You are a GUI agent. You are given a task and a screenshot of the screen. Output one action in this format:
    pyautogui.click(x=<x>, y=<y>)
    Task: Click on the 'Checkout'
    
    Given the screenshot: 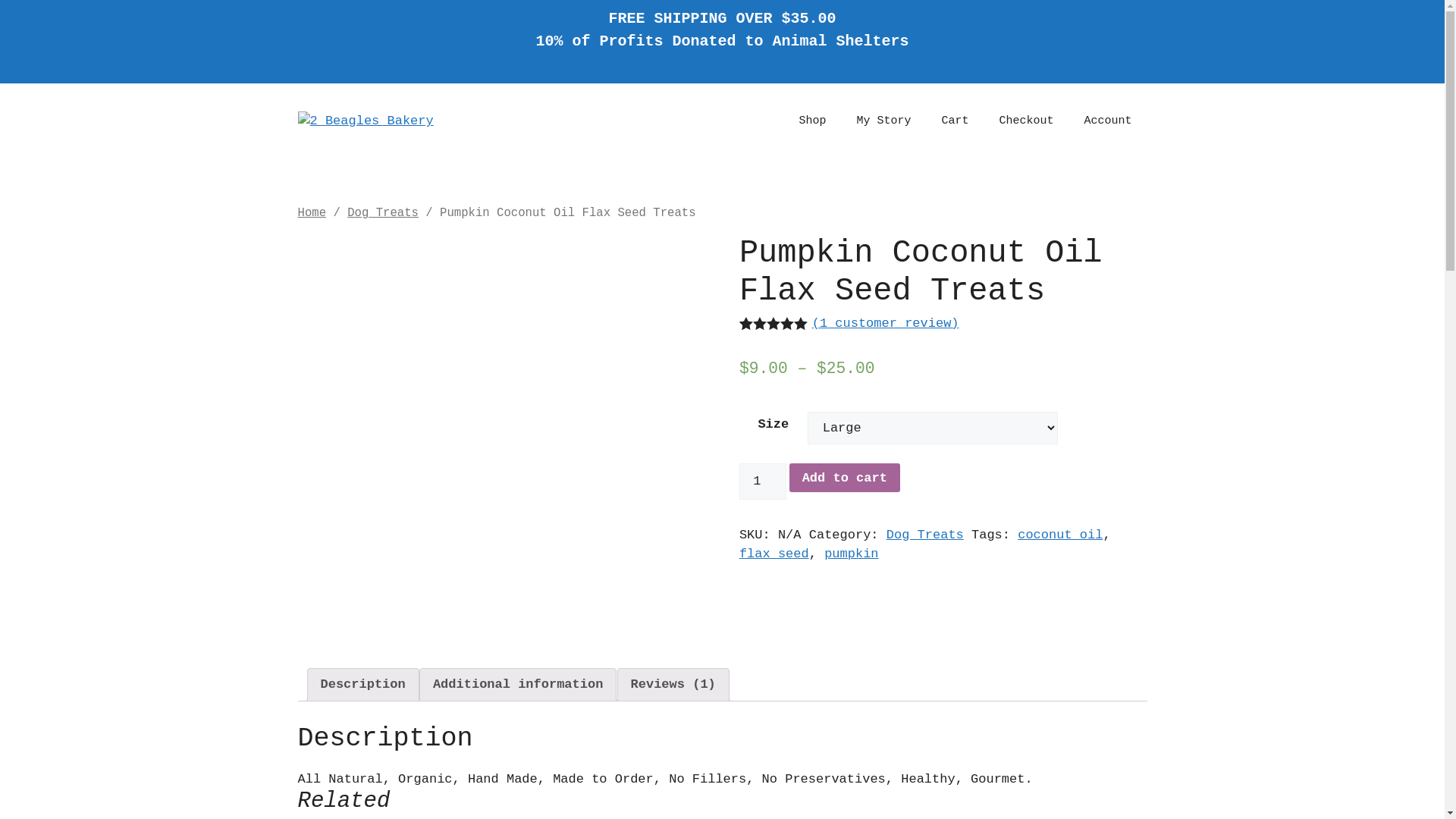 What is the action you would take?
    pyautogui.click(x=1026, y=120)
    